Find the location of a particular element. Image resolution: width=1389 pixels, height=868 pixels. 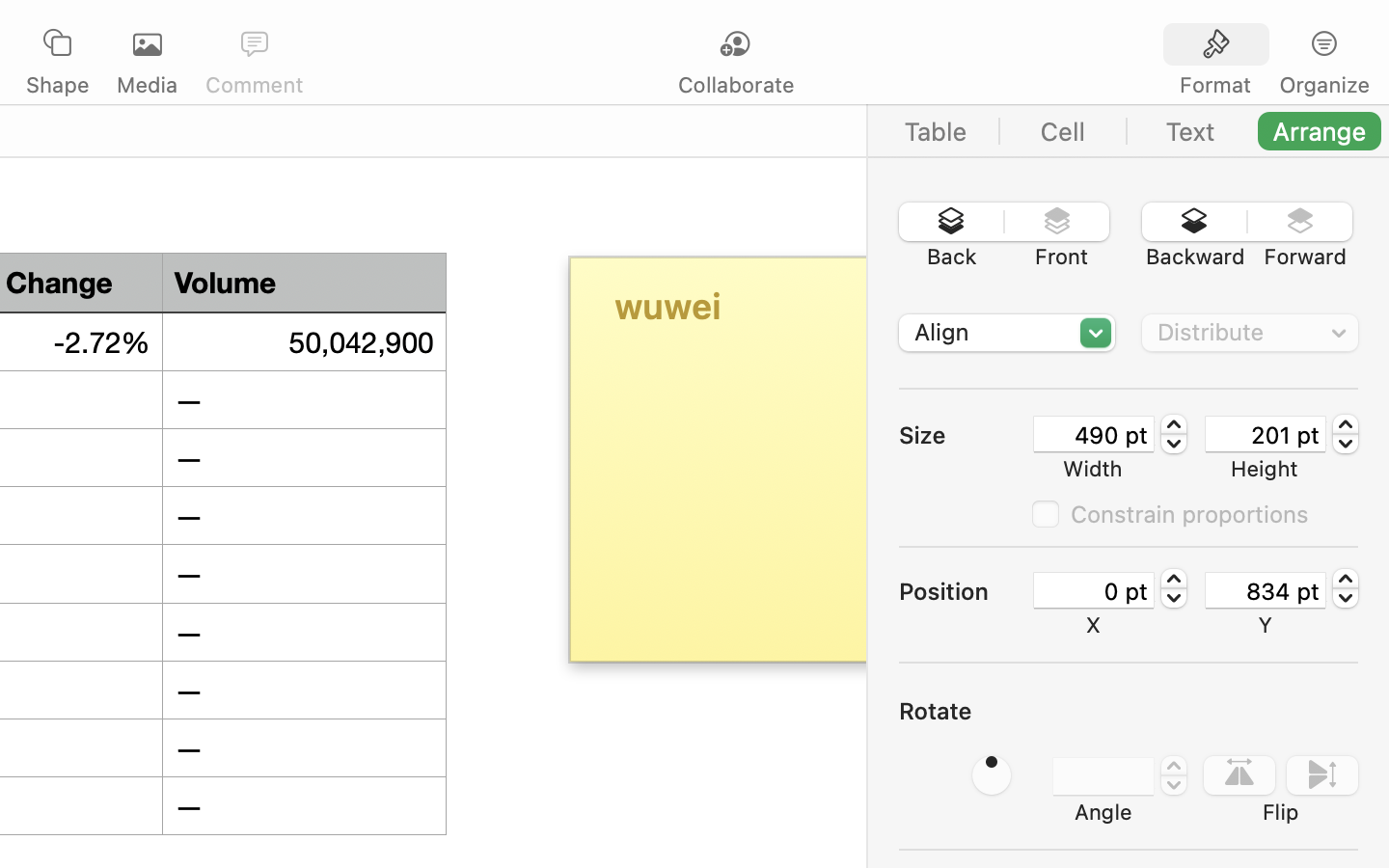

'201 pt' is located at coordinates (1265, 434).